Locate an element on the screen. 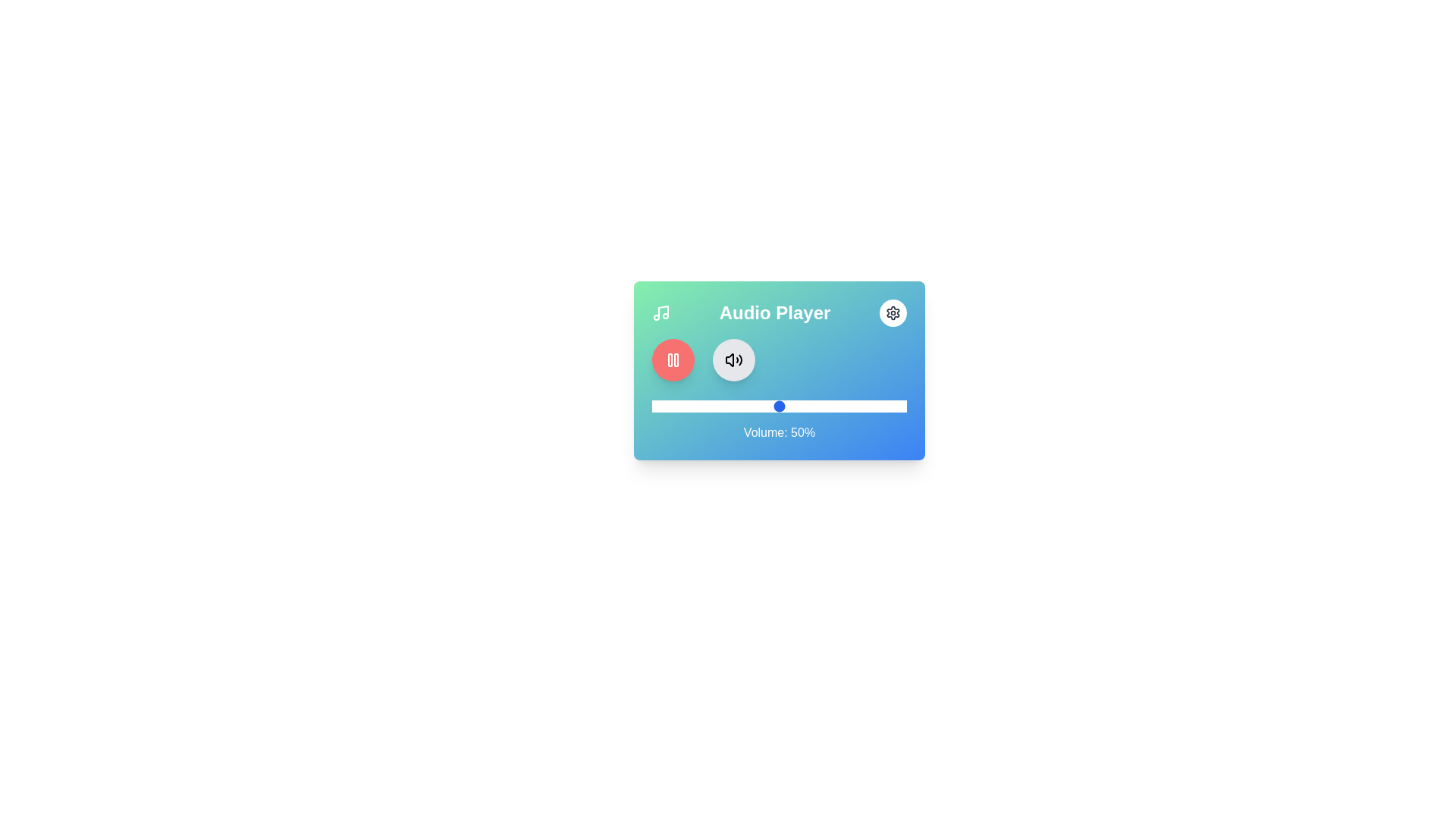  the audio player's volume is located at coordinates (845, 406).